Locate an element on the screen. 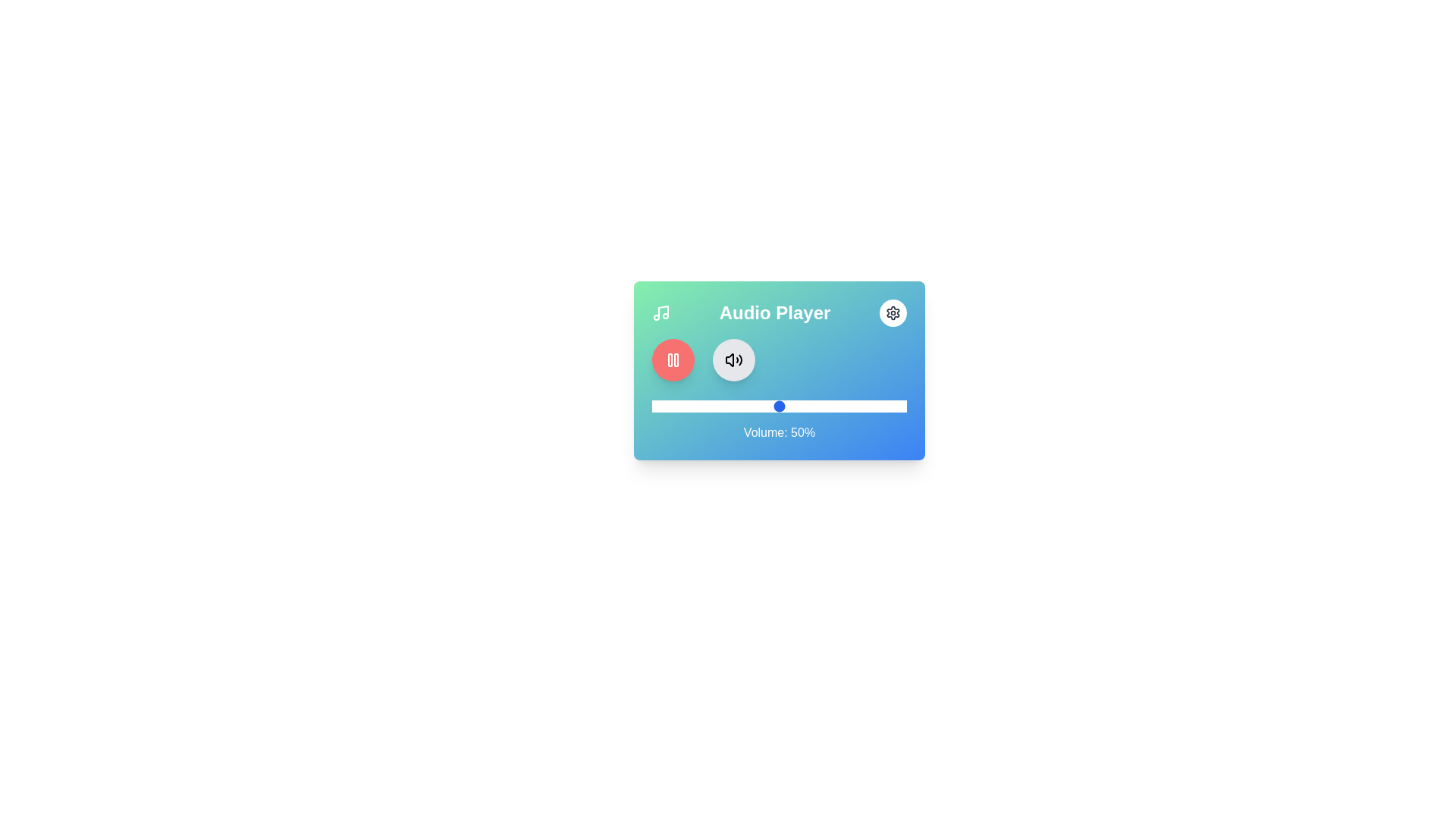  the audio player's volume is located at coordinates (845, 406).